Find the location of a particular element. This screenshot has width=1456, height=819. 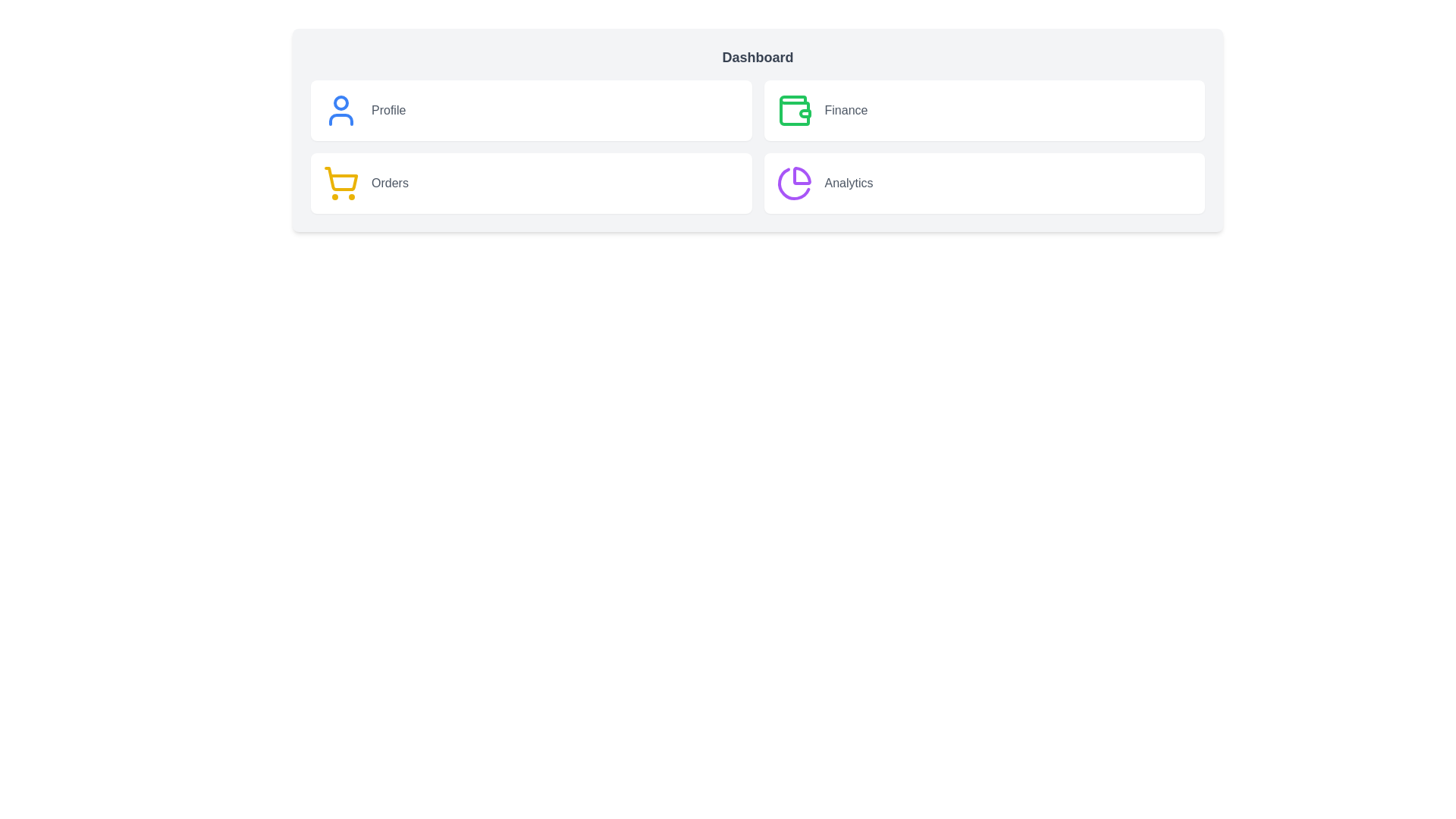

the 'Analytics' button-like card located at the bottom right corner of the grid is located at coordinates (984, 183).